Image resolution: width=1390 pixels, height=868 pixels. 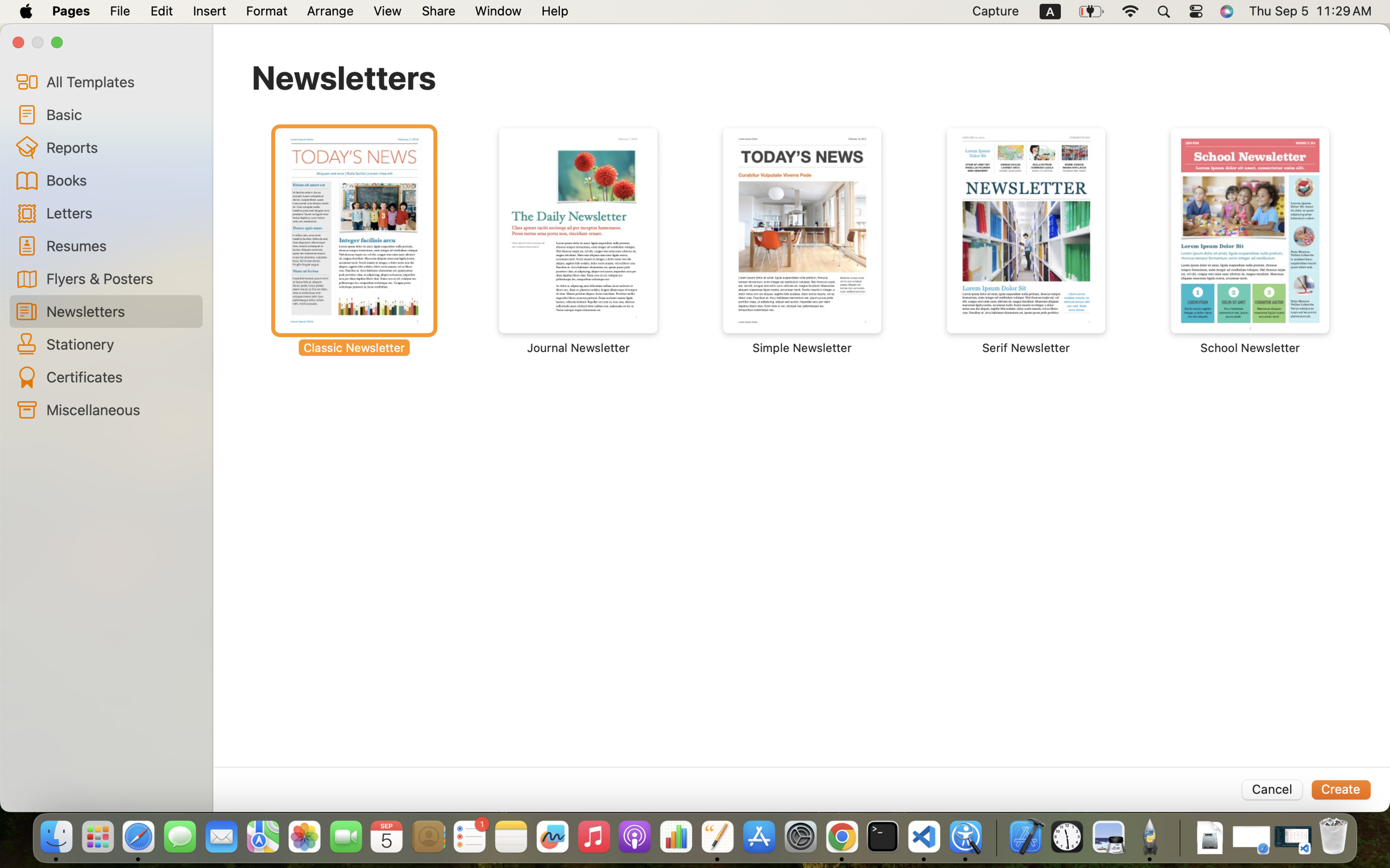 What do you see at coordinates (578, 241) in the screenshot?
I see `'‎⁨Journal Newsletter⁩'` at bounding box center [578, 241].